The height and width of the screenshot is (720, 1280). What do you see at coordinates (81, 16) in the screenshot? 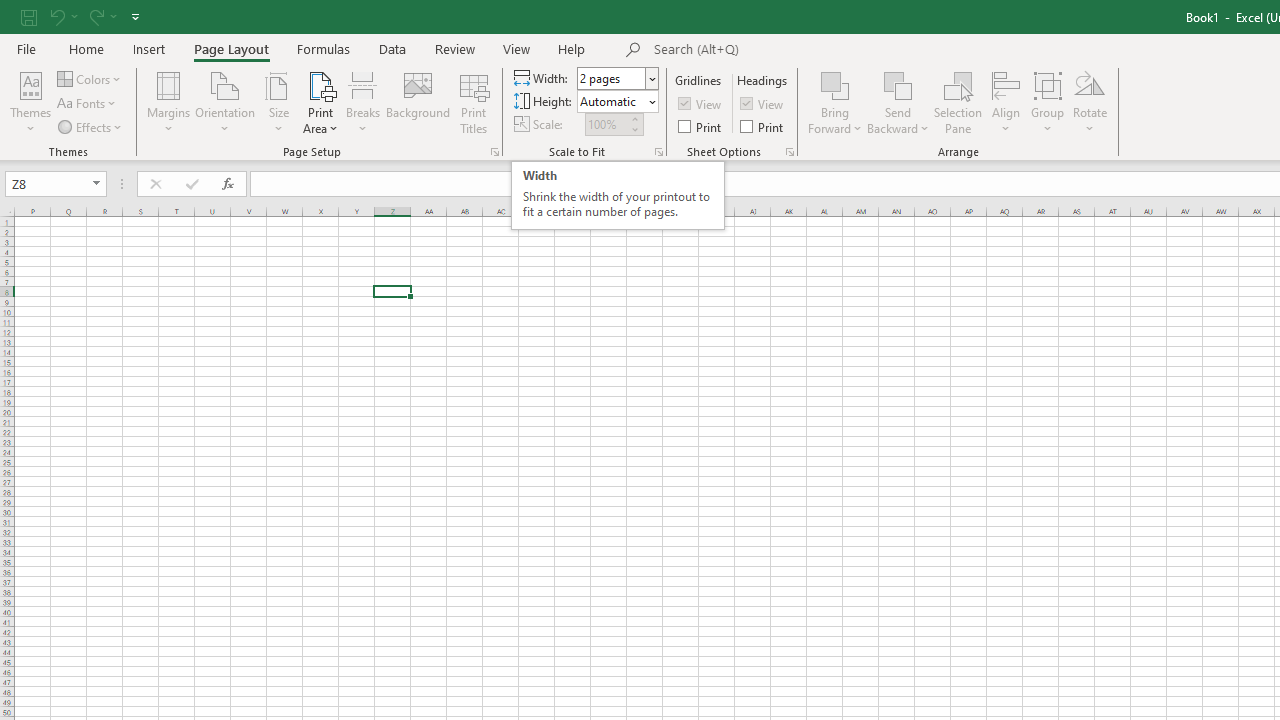
I see `'Quick Access Toolbar'` at bounding box center [81, 16].